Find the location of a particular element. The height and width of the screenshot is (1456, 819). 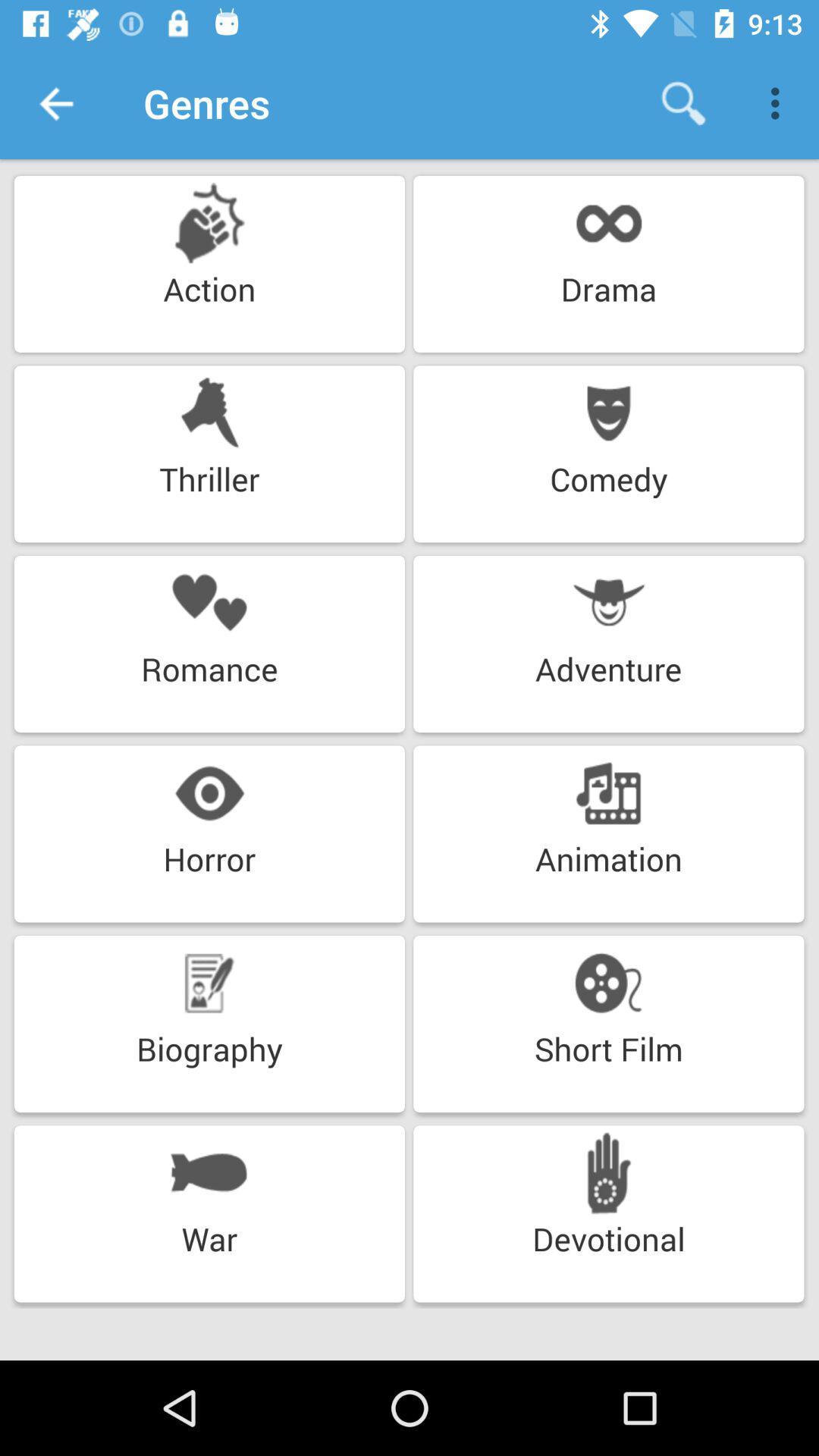

the item above action icon is located at coordinates (55, 102).